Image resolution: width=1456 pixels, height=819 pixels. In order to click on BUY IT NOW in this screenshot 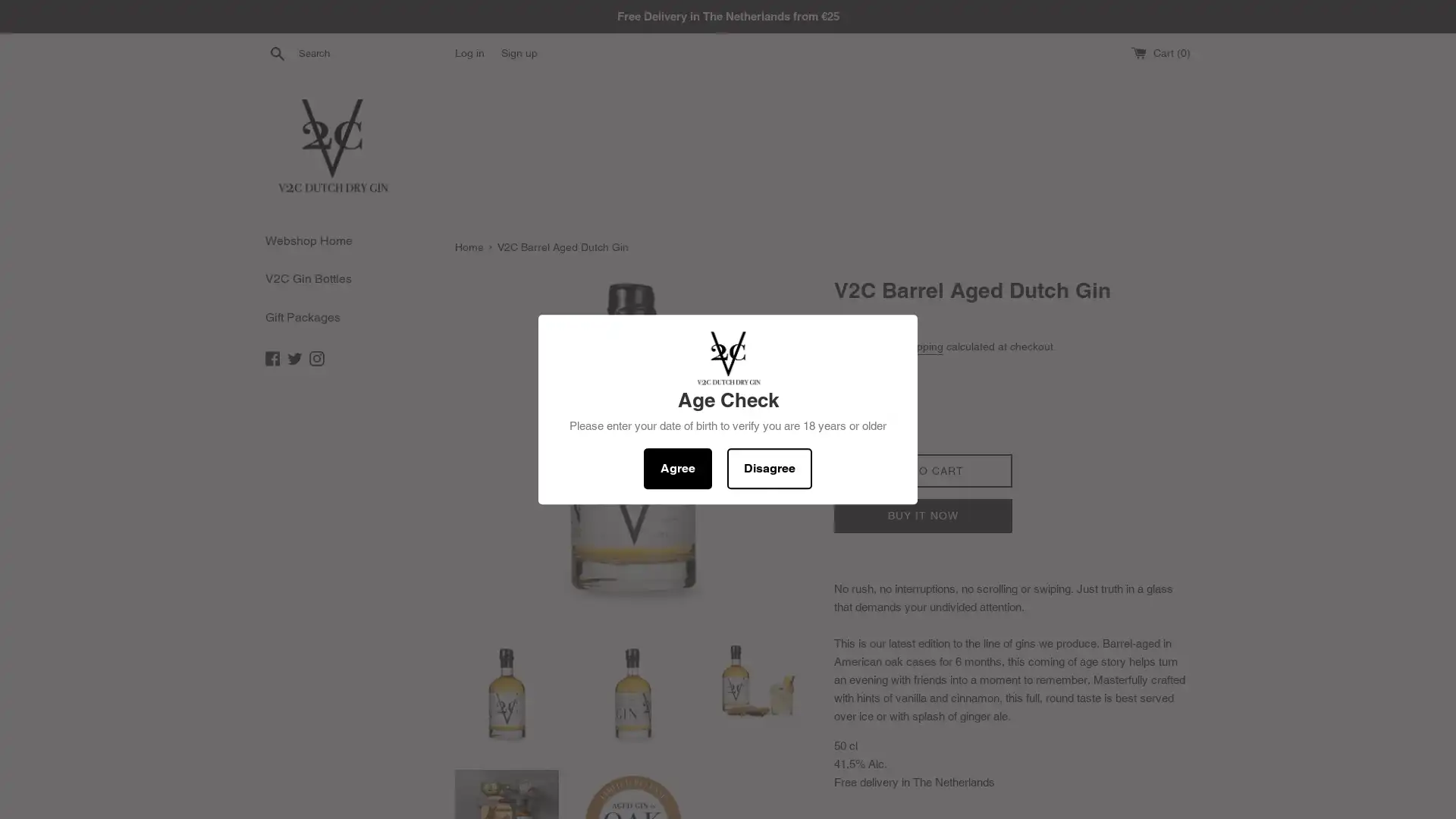, I will do `click(922, 514)`.